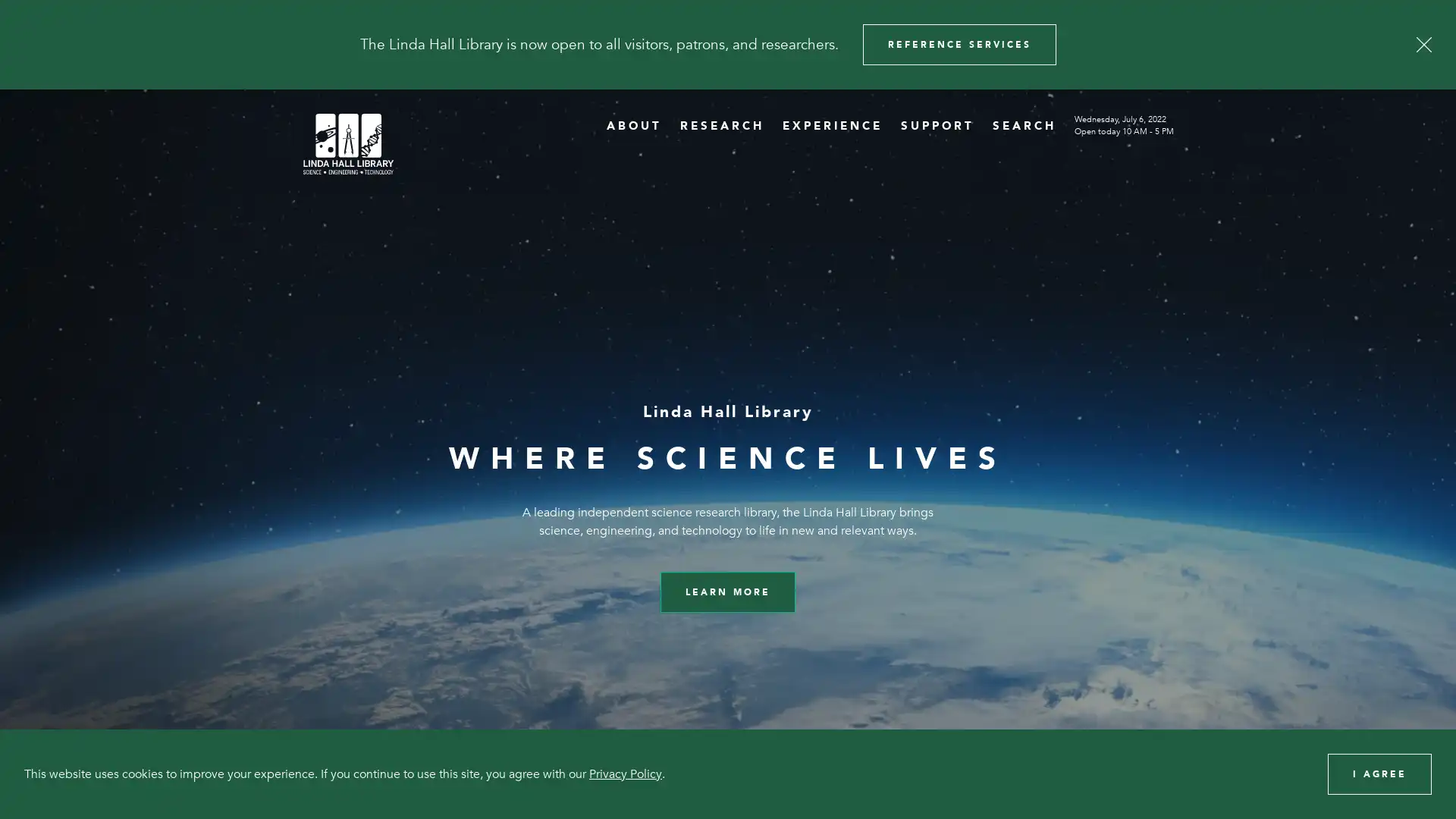 Image resolution: width=1456 pixels, height=819 pixels. Describe the element at coordinates (937, 124) in the screenshot. I see `SUPPORT` at that location.